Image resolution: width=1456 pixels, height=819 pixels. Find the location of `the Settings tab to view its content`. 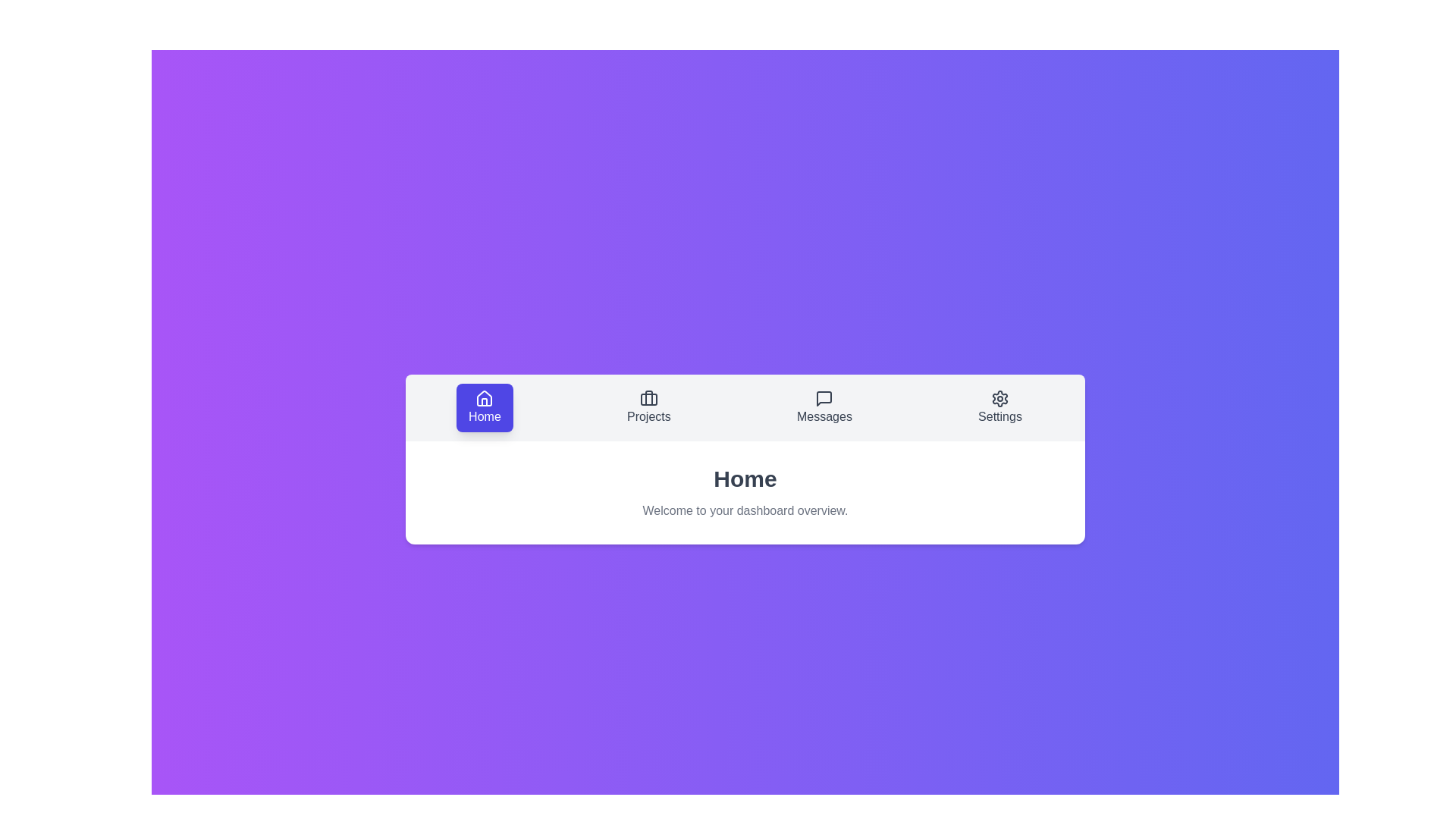

the Settings tab to view its content is located at coordinates (1000, 406).